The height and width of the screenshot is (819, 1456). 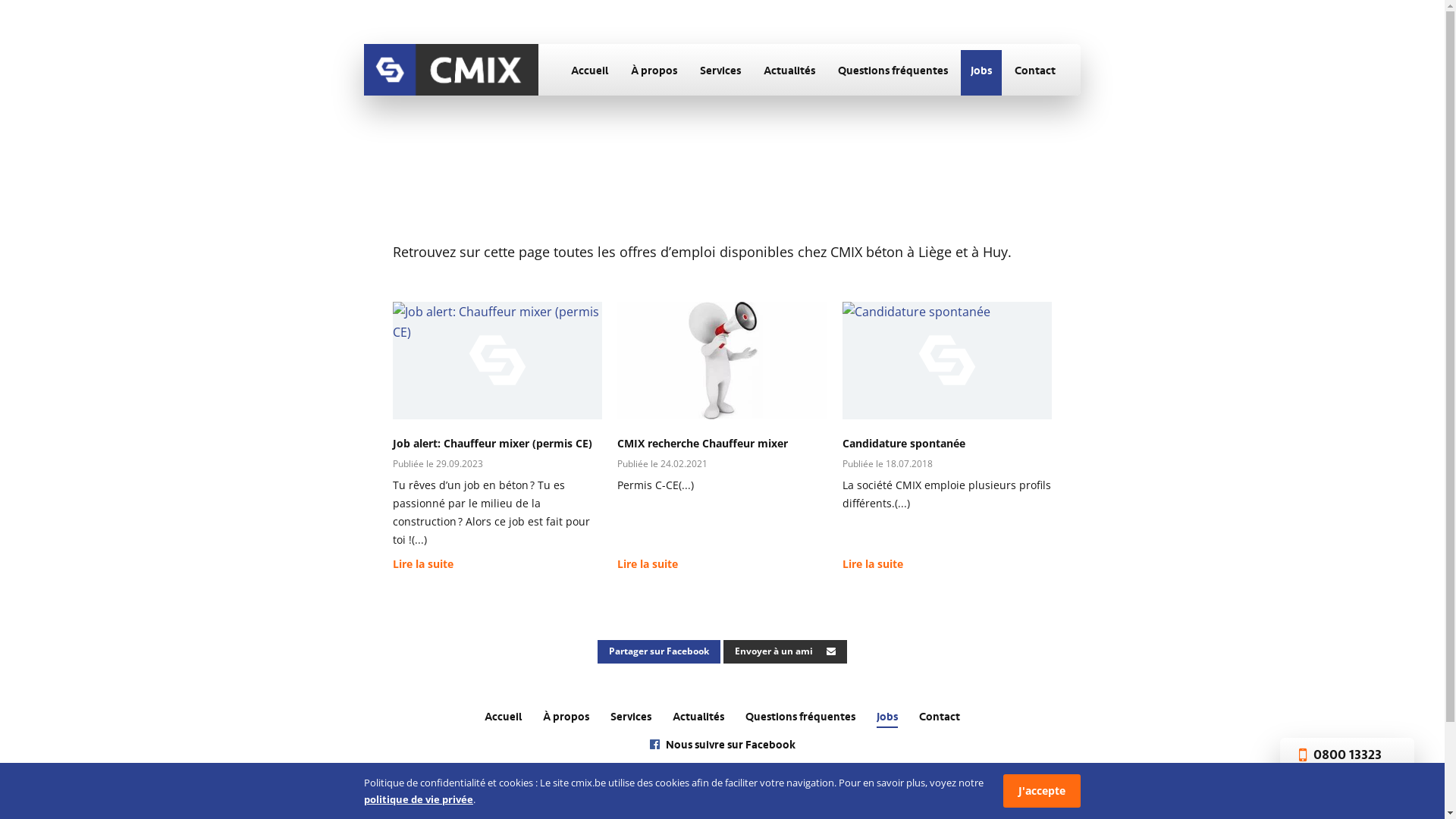 I want to click on 'Partager sur Facebook', so click(x=658, y=651).